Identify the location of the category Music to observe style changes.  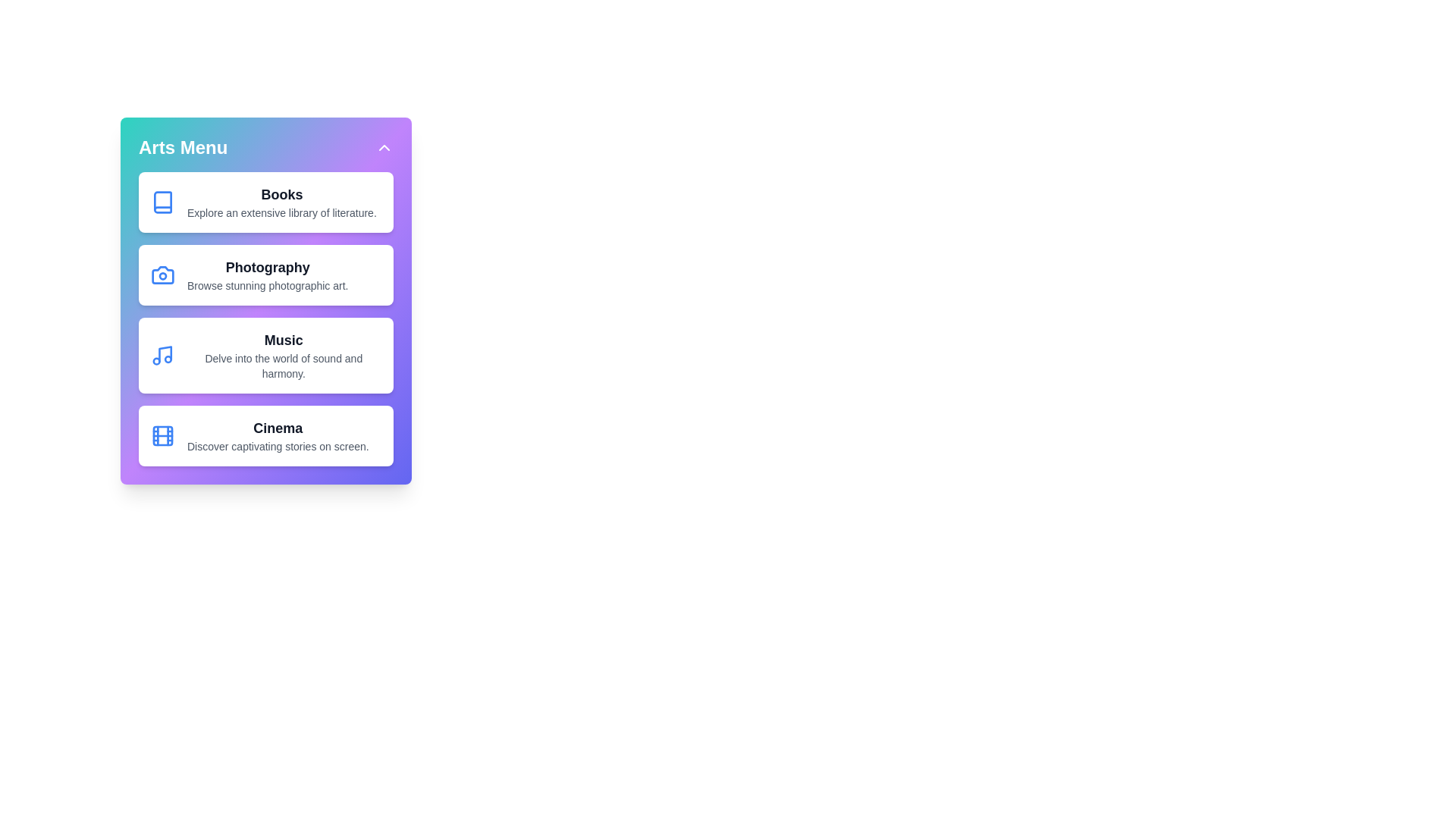
(265, 356).